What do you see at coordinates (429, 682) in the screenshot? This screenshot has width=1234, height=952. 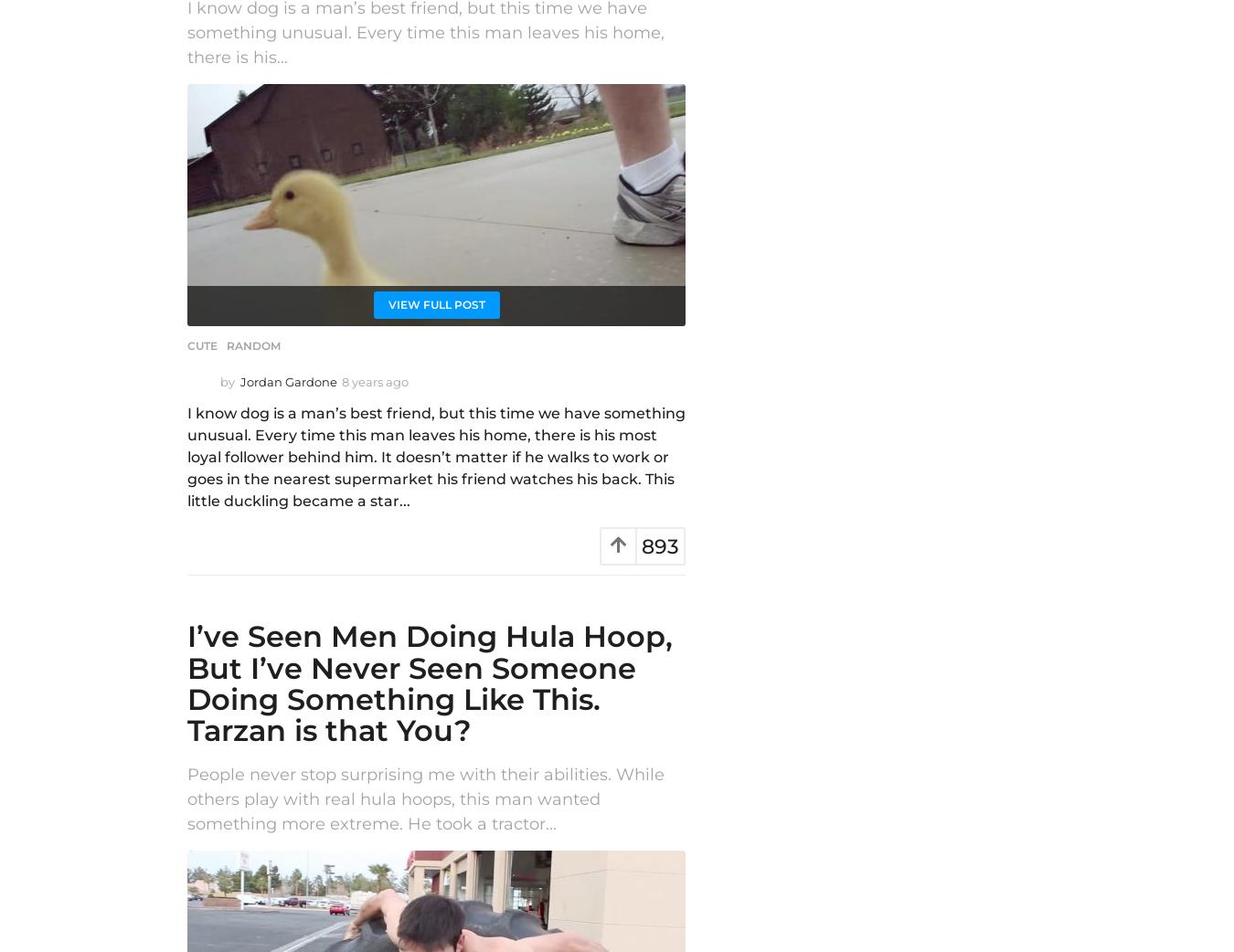 I see `'I’ve Seen Men Doing Hula Hoop, But I’ve Never Seen Someone Doing Something Like This. Tarzan is that You?'` at bounding box center [429, 682].